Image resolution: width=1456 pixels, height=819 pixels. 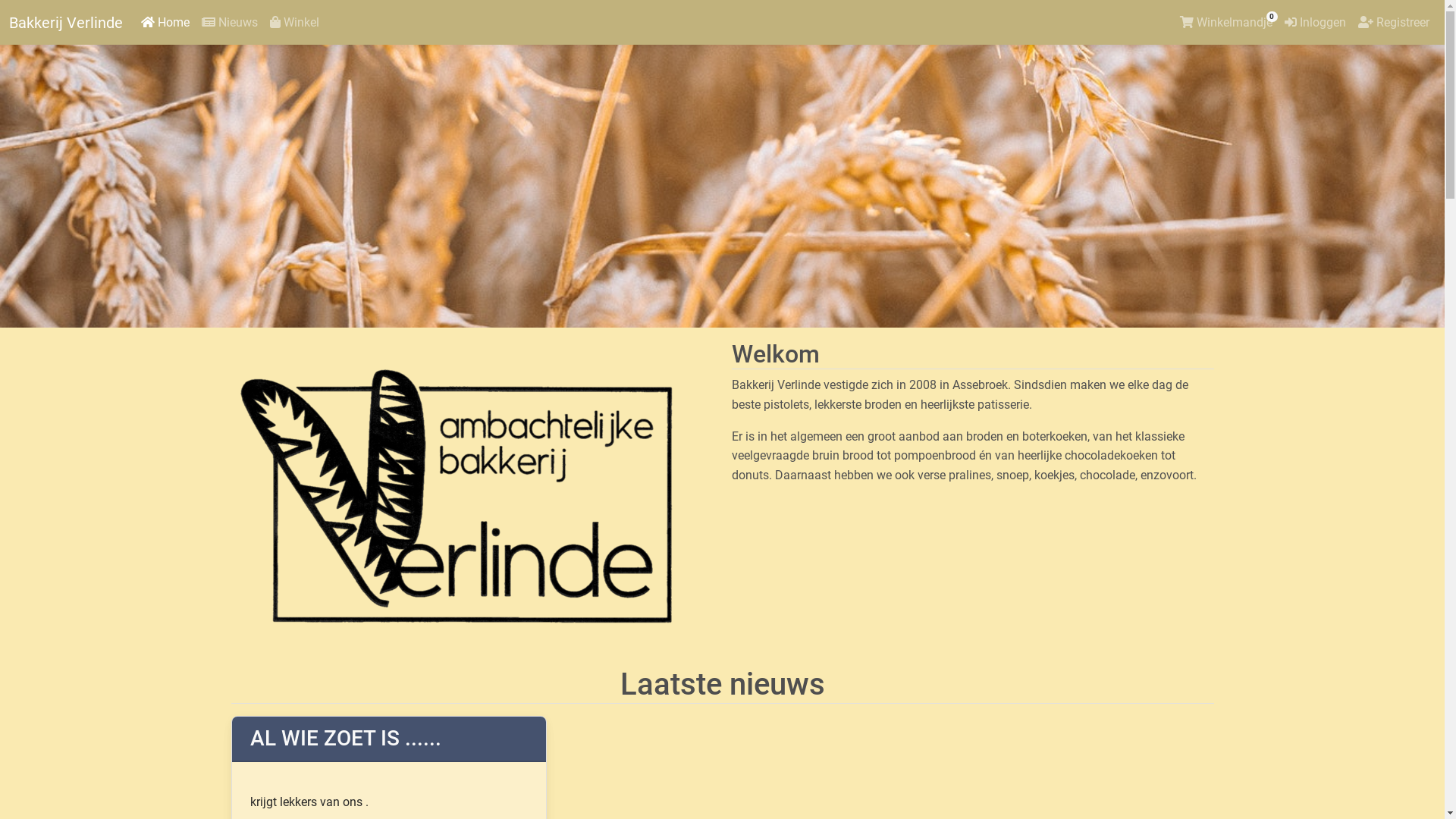 I want to click on 'Inloggen', so click(x=1314, y=23).